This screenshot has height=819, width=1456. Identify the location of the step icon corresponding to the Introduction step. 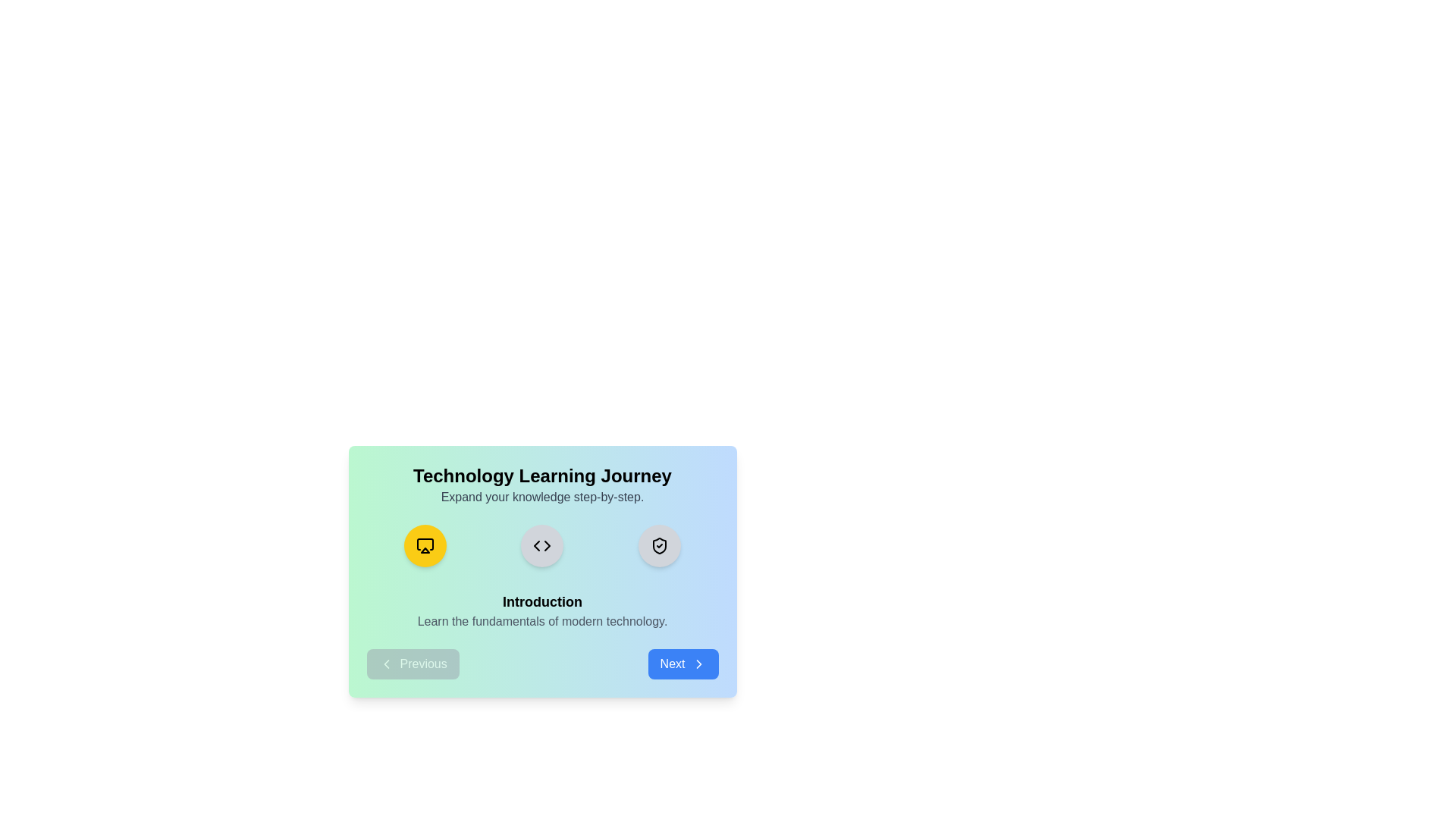
(425, 546).